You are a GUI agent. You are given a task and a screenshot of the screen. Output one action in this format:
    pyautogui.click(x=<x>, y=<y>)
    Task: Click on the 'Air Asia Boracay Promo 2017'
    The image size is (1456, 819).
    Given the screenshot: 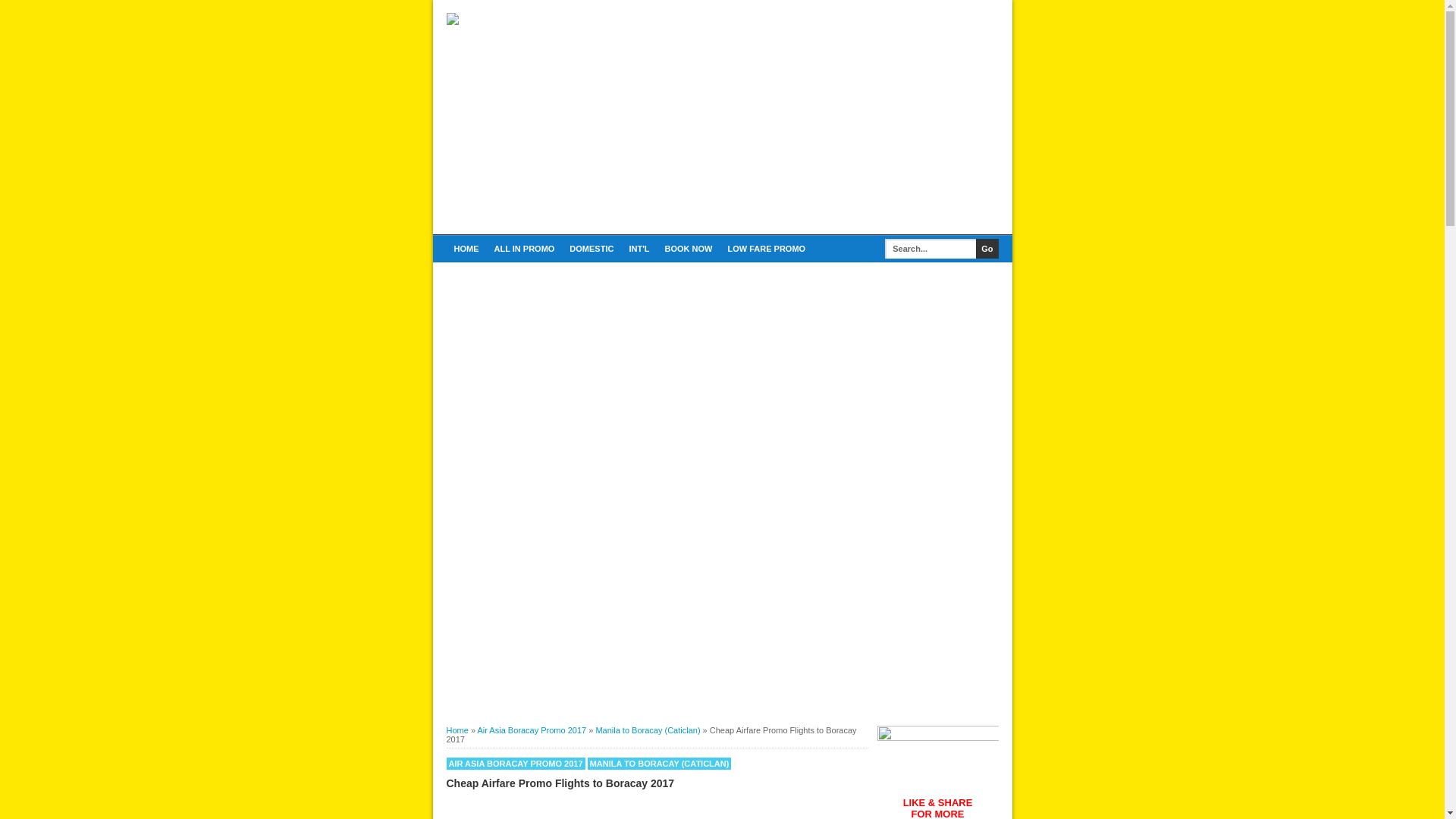 What is the action you would take?
    pyautogui.click(x=531, y=730)
    